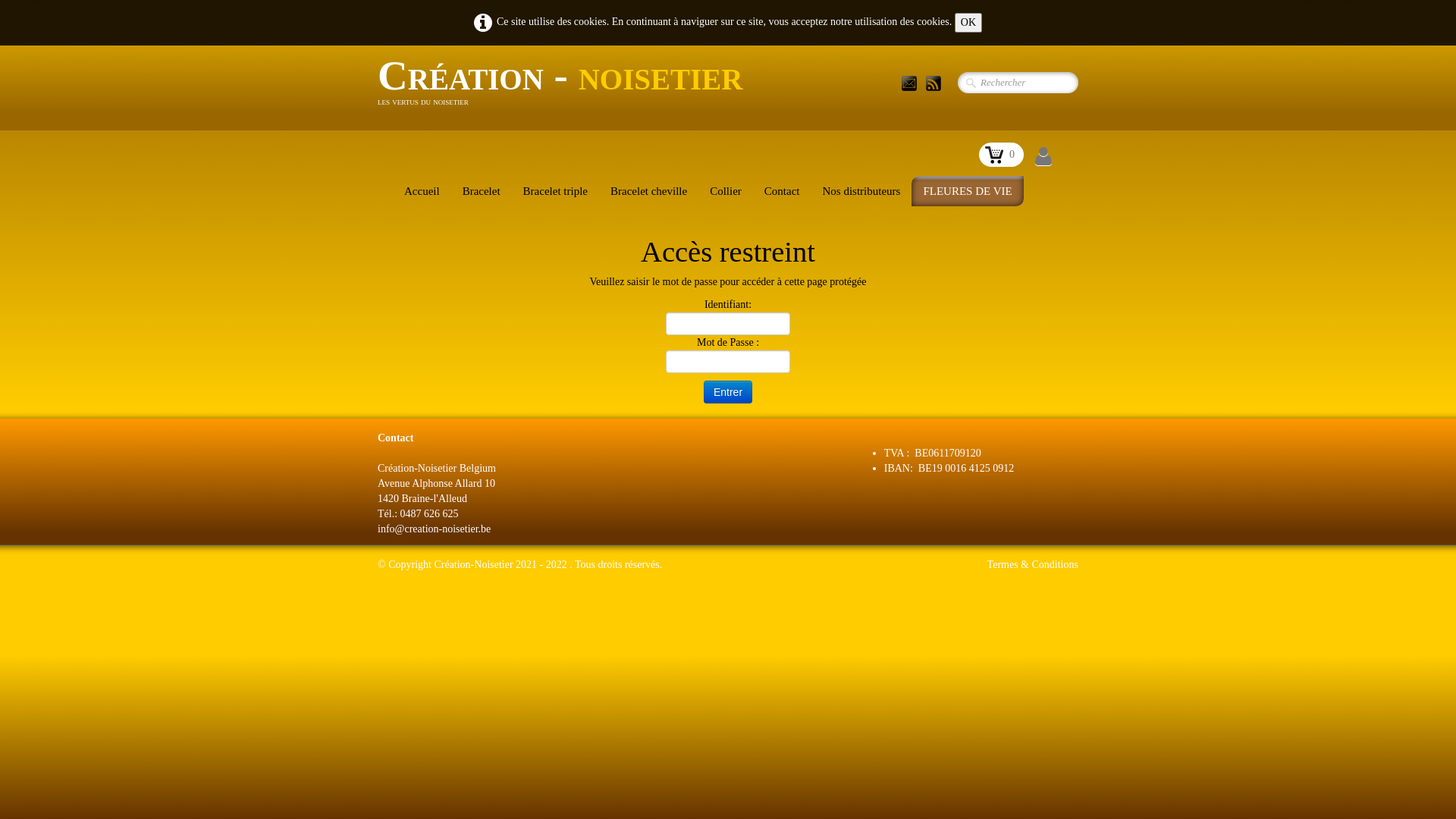 This screenshot has height=819, width=1456. I want to click on '0', so click(1001, 155).